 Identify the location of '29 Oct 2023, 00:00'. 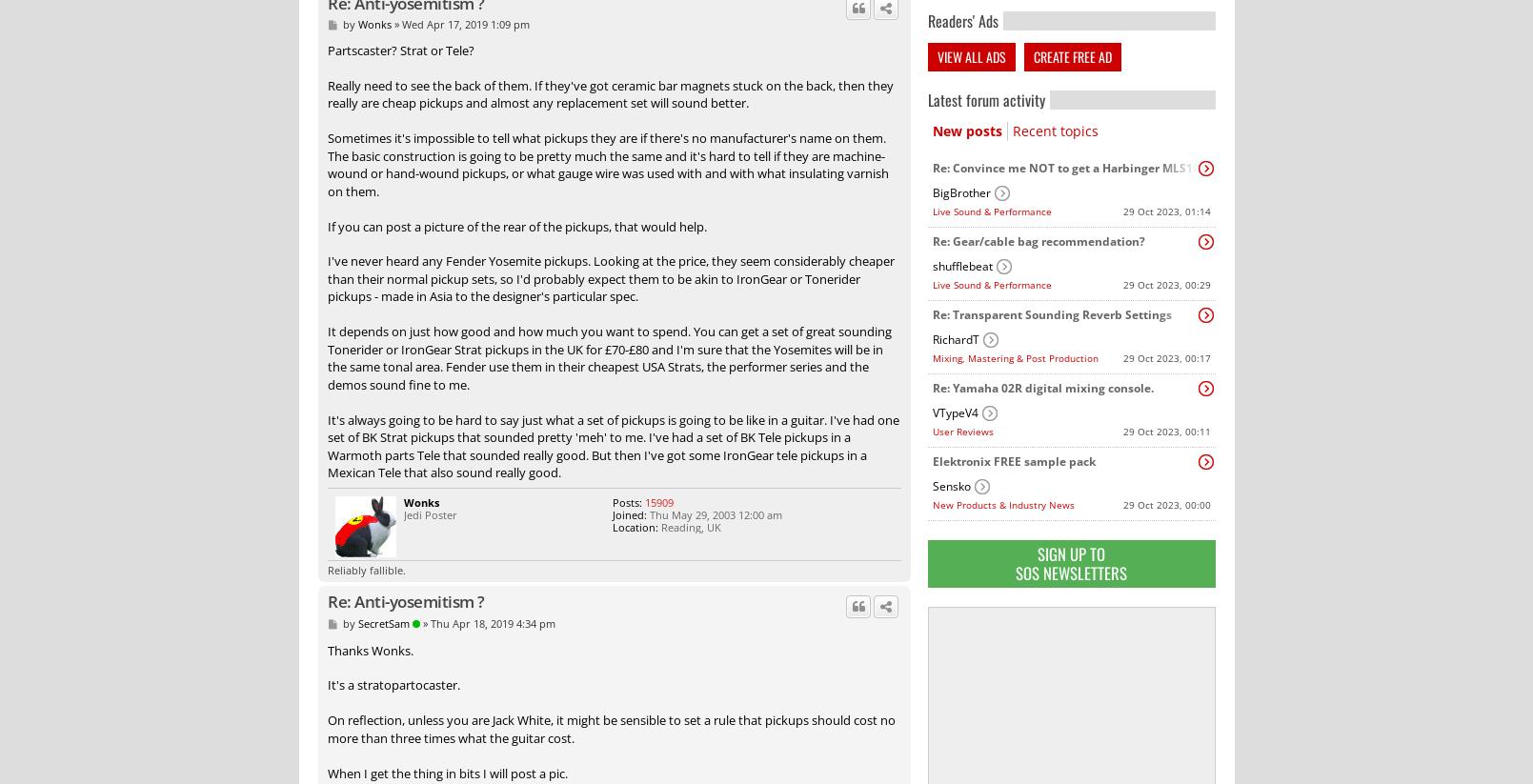
(1121, 504).